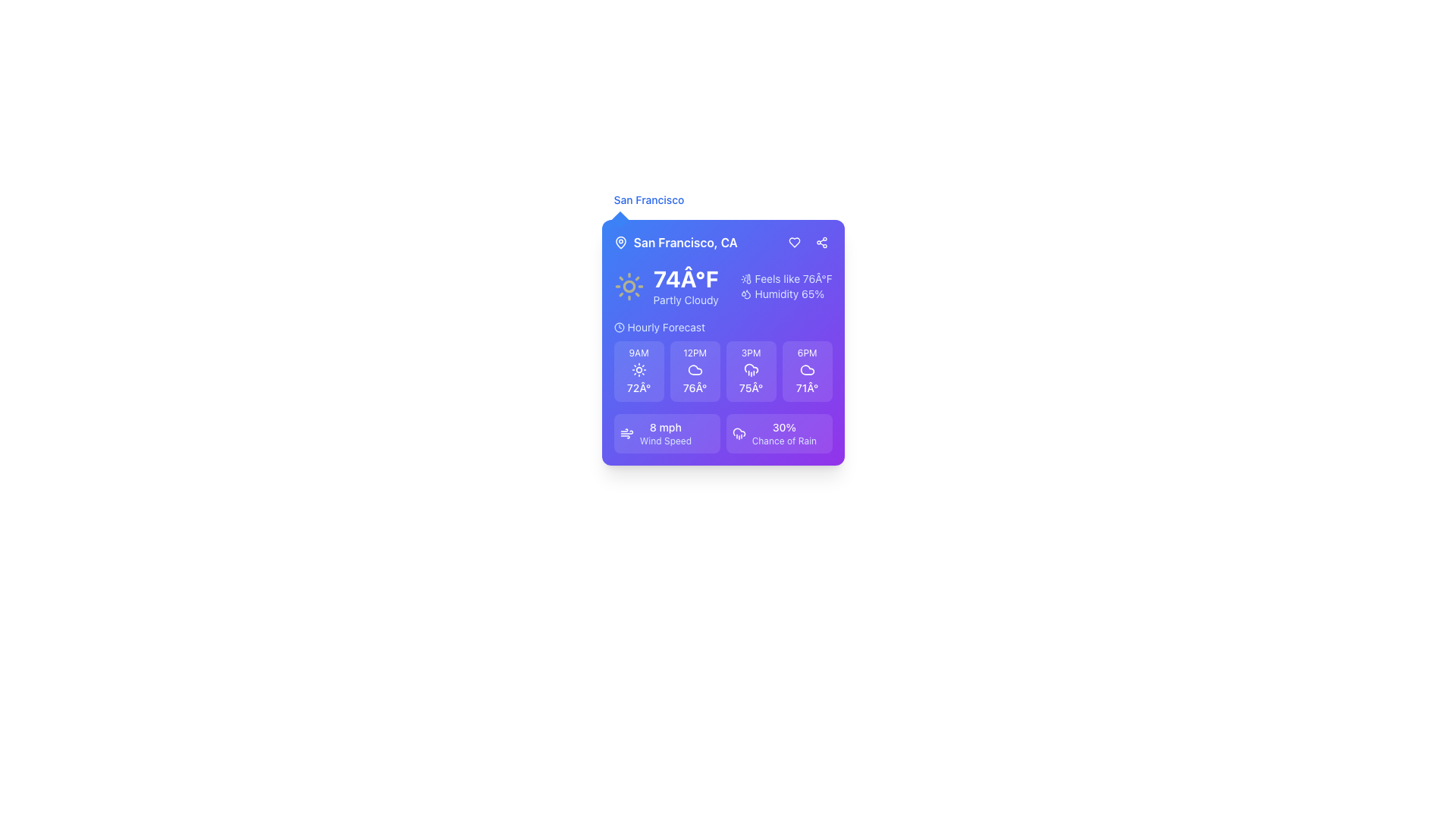  I want to click on the cloud icon representing the weather condition for '6PM' in the hourly forecast section of the weather card, so click(806, 370).